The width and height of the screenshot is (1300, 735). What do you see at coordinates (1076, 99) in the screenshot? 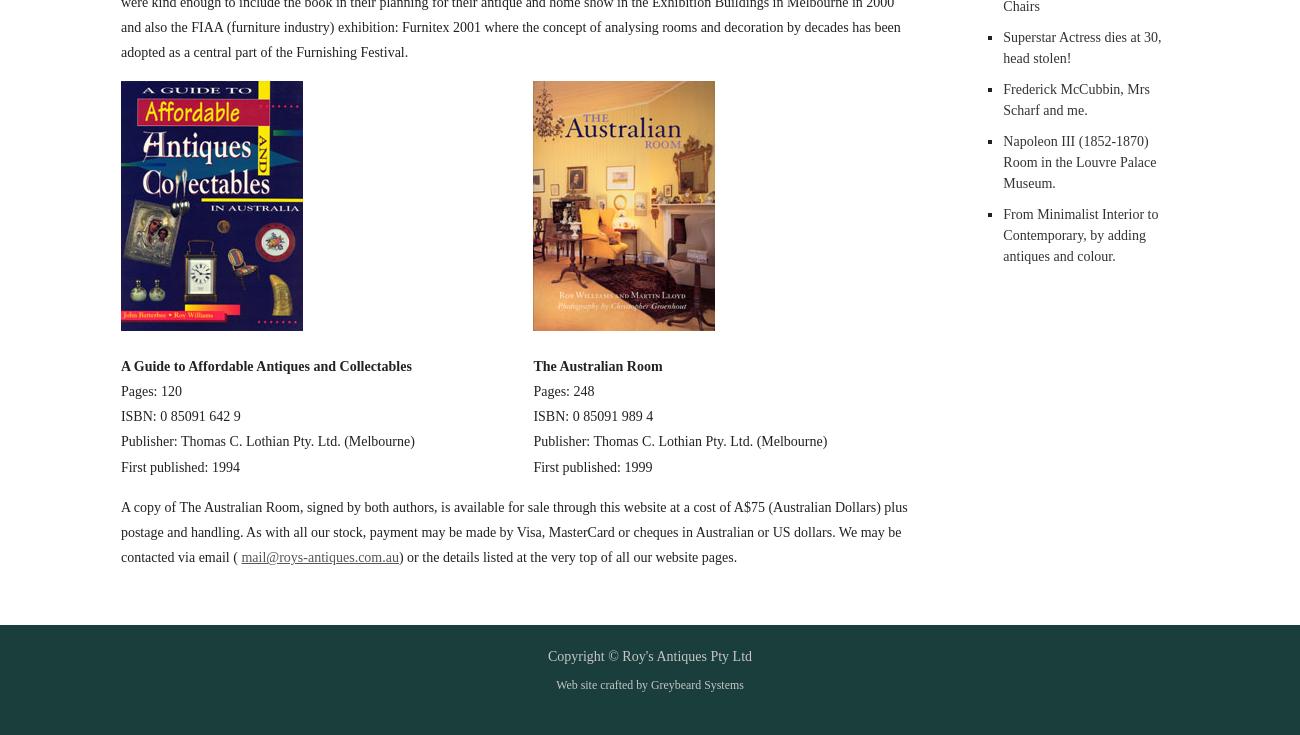
I see `'Frederick  McCubbin, Mrs Scharf and me.'` at bounding box center [1076, 99].